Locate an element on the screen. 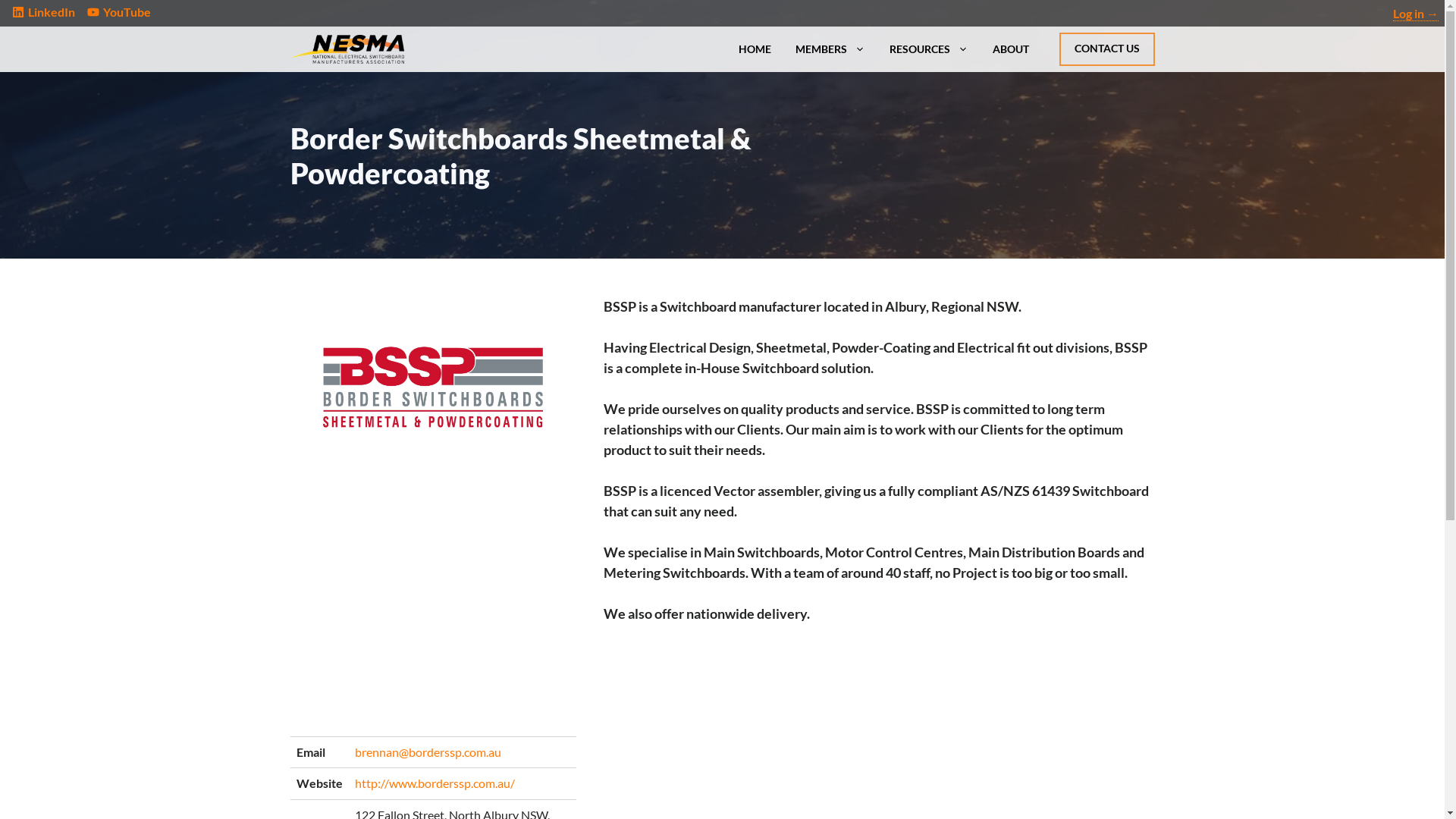  'CONTACT US' is located at coordinates (1106, 49).